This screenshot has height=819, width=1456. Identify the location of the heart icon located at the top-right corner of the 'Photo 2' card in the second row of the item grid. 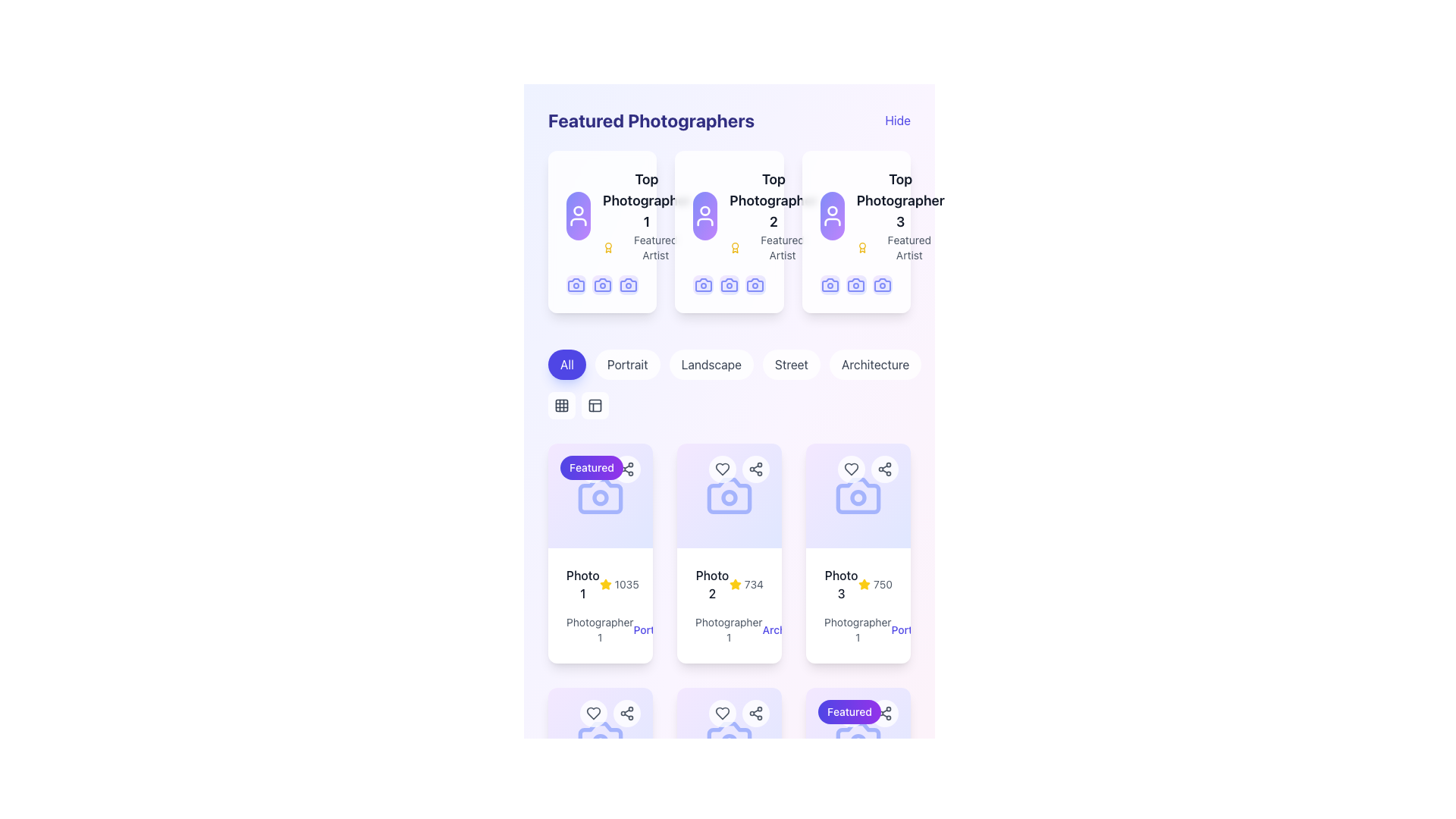
(722, 468).